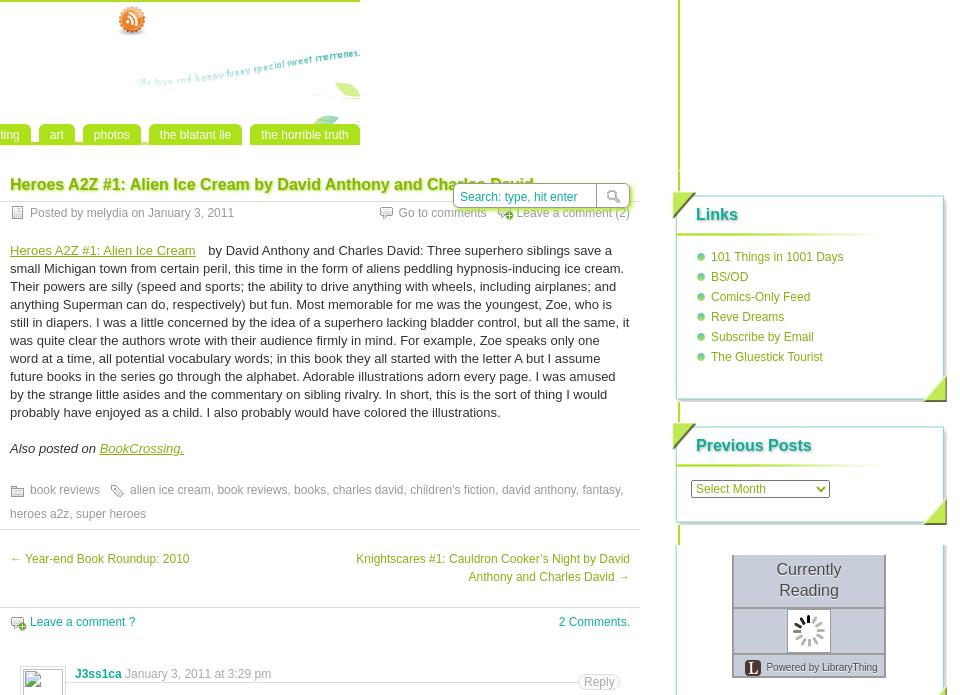 The width and height of the screenshot is (960, 695). I want to click on 'BS/OD', so click(710, 276).